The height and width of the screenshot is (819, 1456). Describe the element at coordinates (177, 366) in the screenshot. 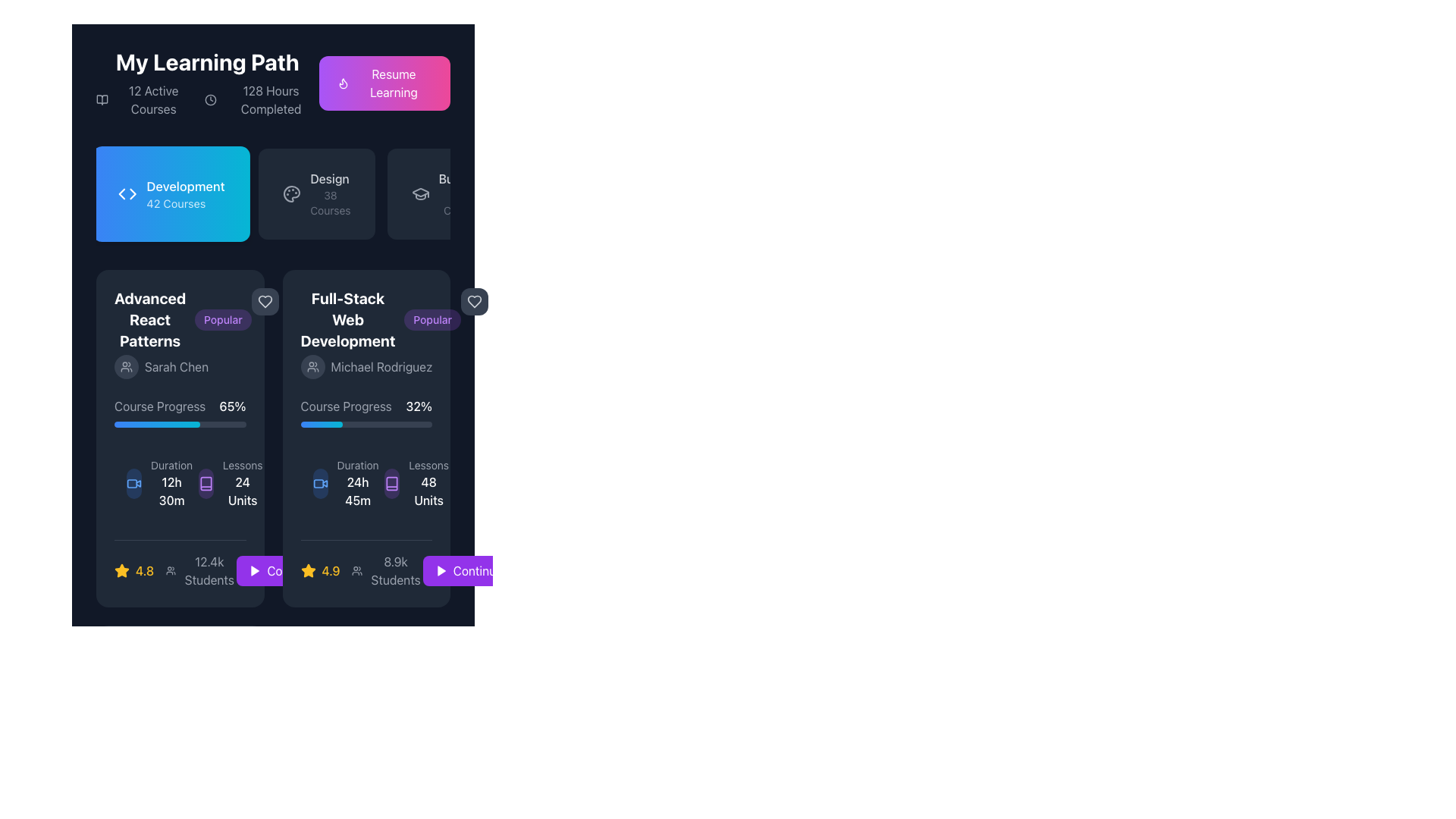

I see `text label displaying the name of the instructor in the 'Advanced React Patterns' section, located directly beneath the instructor's circular icon and above the course progress bar` at that location.